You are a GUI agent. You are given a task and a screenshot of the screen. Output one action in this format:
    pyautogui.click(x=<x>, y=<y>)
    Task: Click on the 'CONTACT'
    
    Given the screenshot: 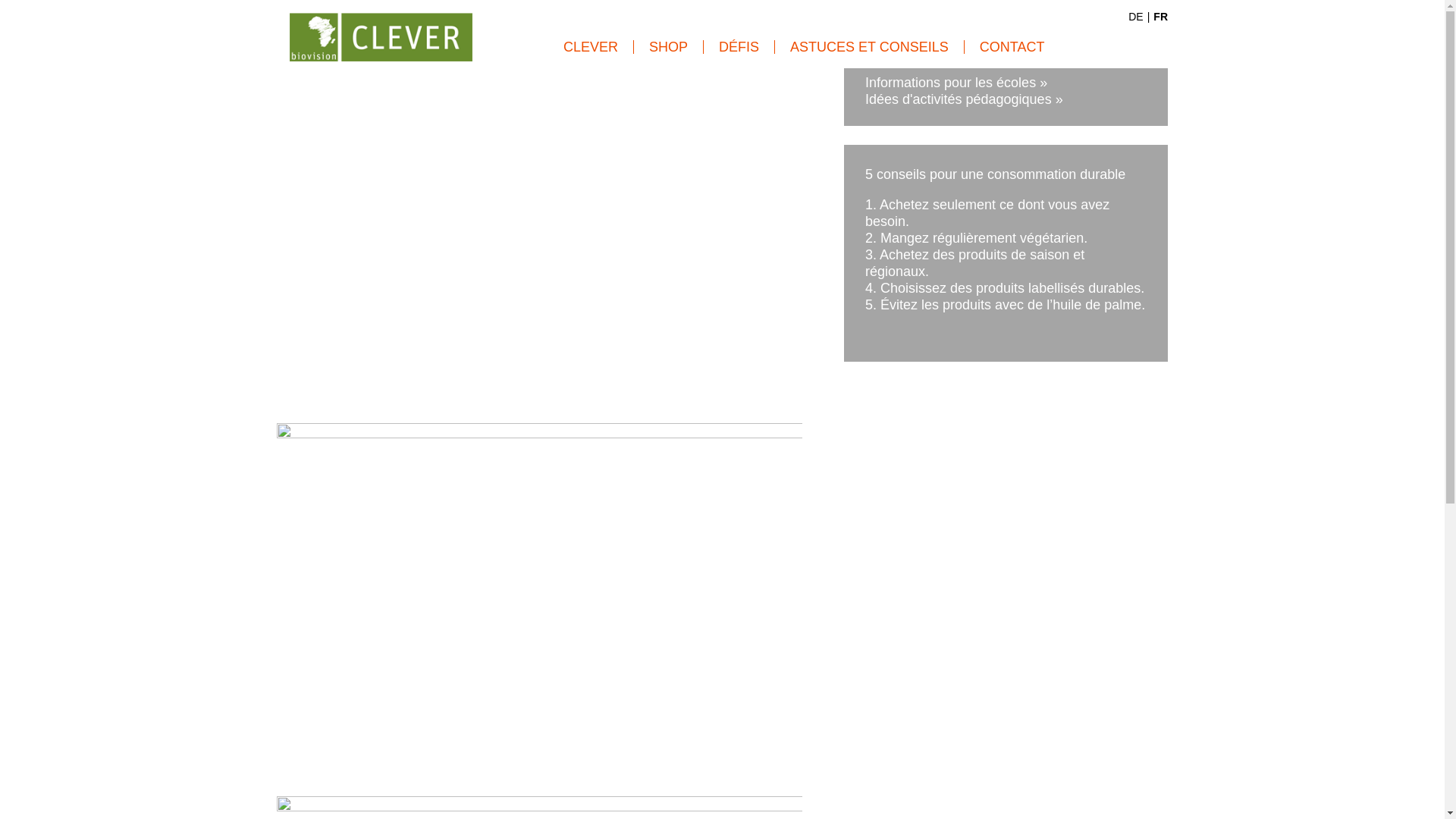 What is the action you would take?
    pyautogui.click(x=964, y=45)
    